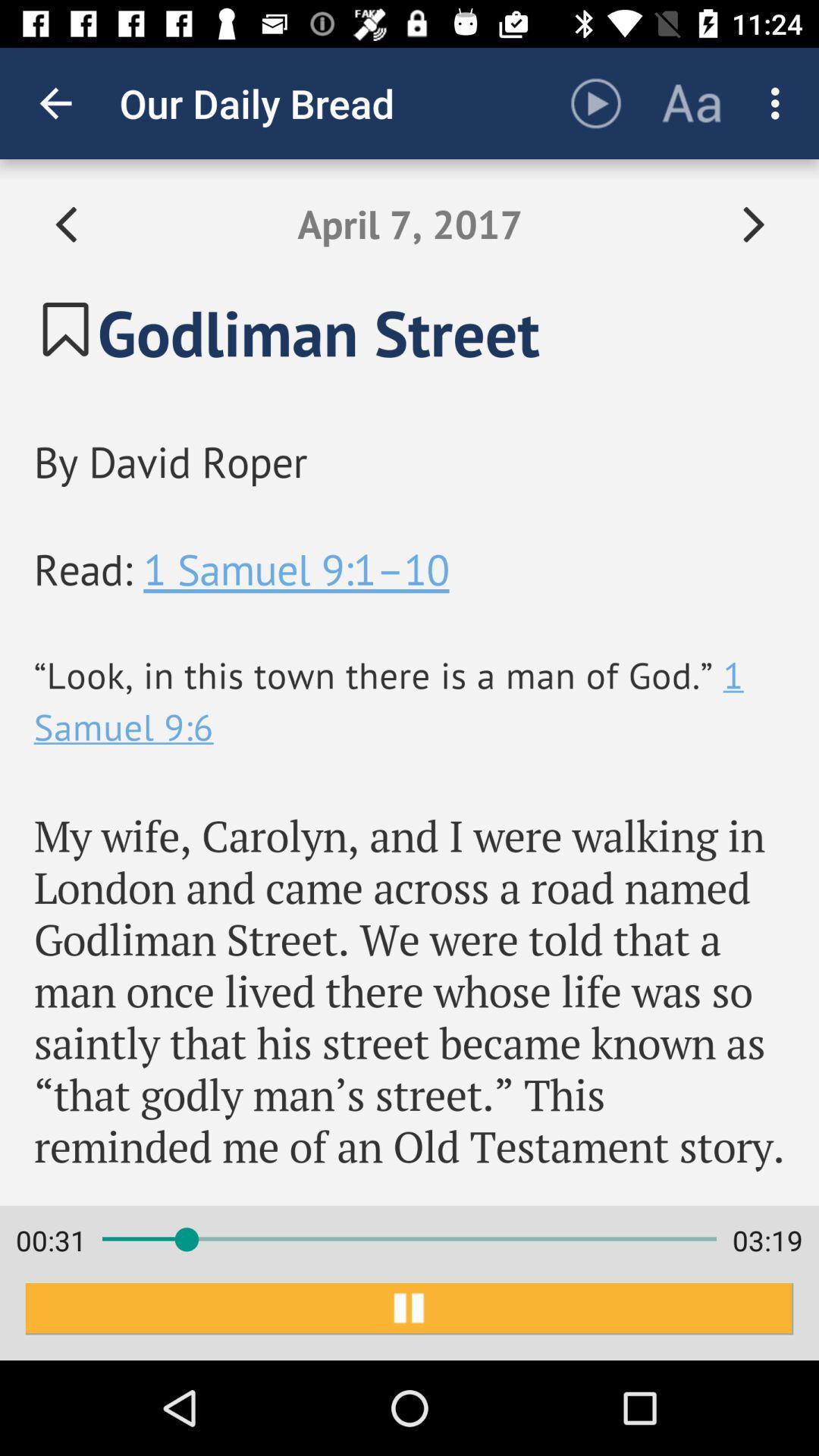  Describe the element at coordinates (595, 102) in the screenshot. I see `the app next to the our daily bread` at that location.